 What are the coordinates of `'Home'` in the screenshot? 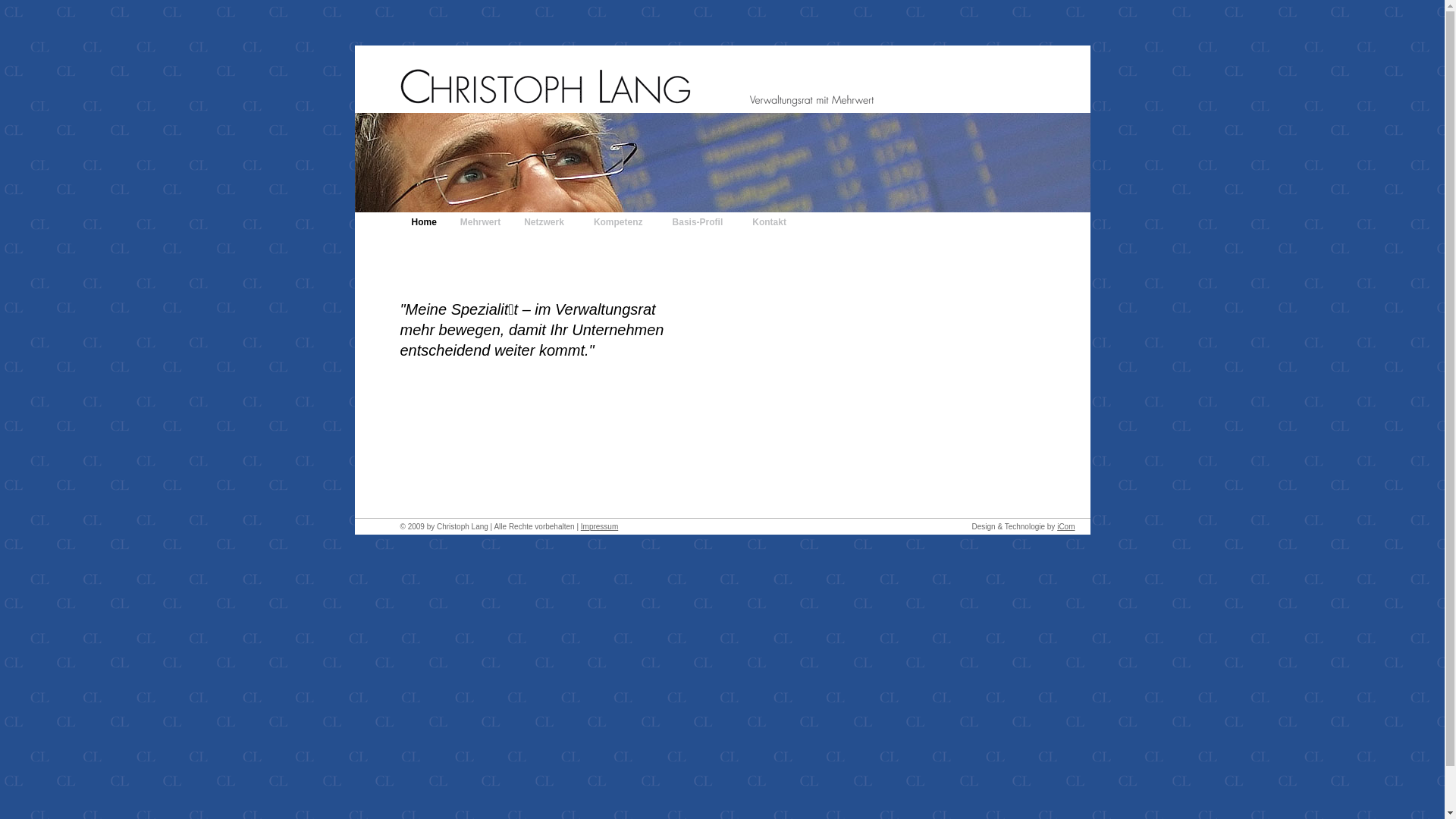 It's located at (424, 222).